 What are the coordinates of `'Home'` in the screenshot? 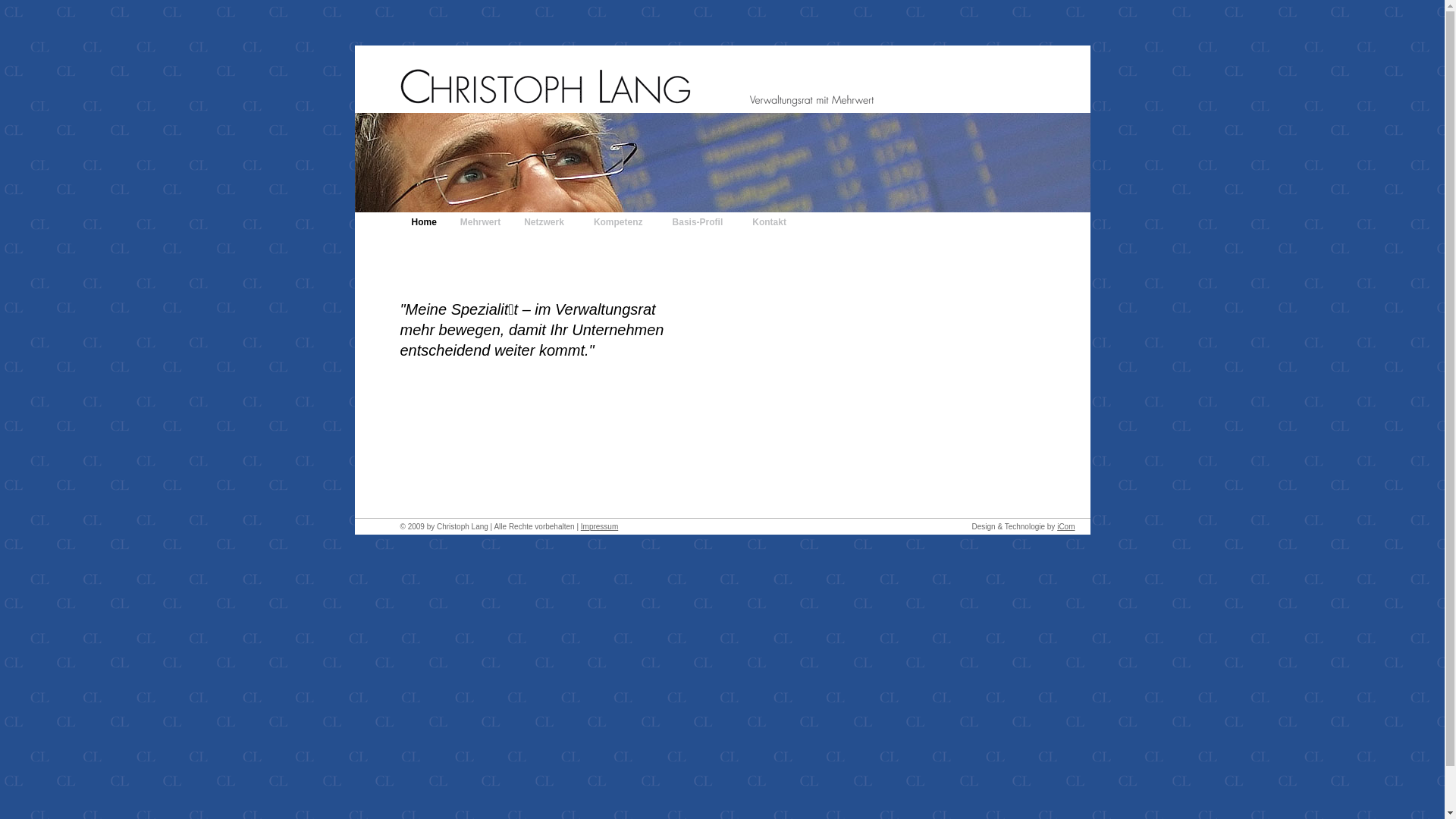 It's located at (424, 222).